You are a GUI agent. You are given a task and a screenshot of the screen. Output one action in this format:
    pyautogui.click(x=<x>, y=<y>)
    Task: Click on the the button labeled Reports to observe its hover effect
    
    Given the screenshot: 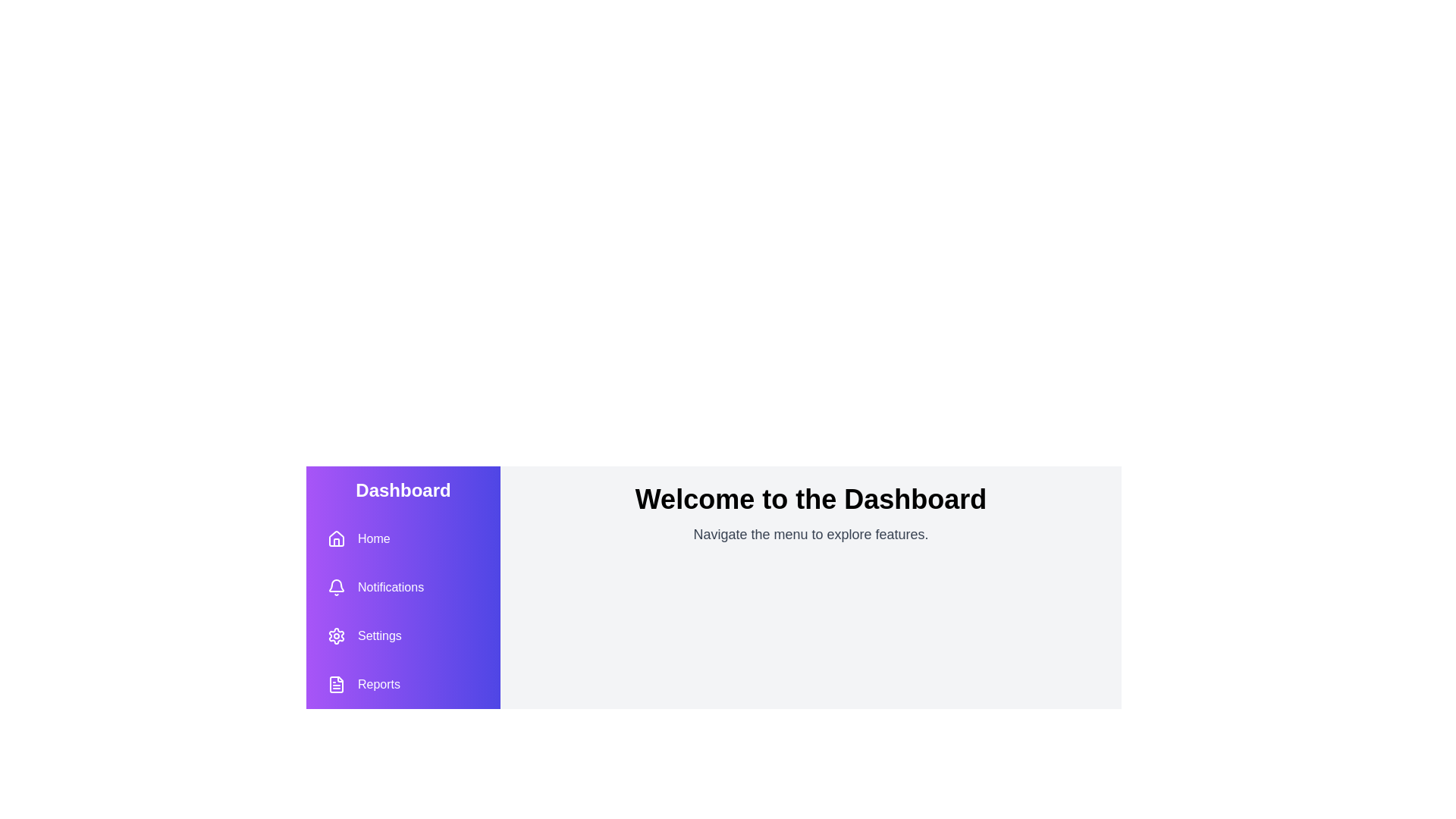 What is the action you would take?
    pyautogui.click(x=364, y=684)
    